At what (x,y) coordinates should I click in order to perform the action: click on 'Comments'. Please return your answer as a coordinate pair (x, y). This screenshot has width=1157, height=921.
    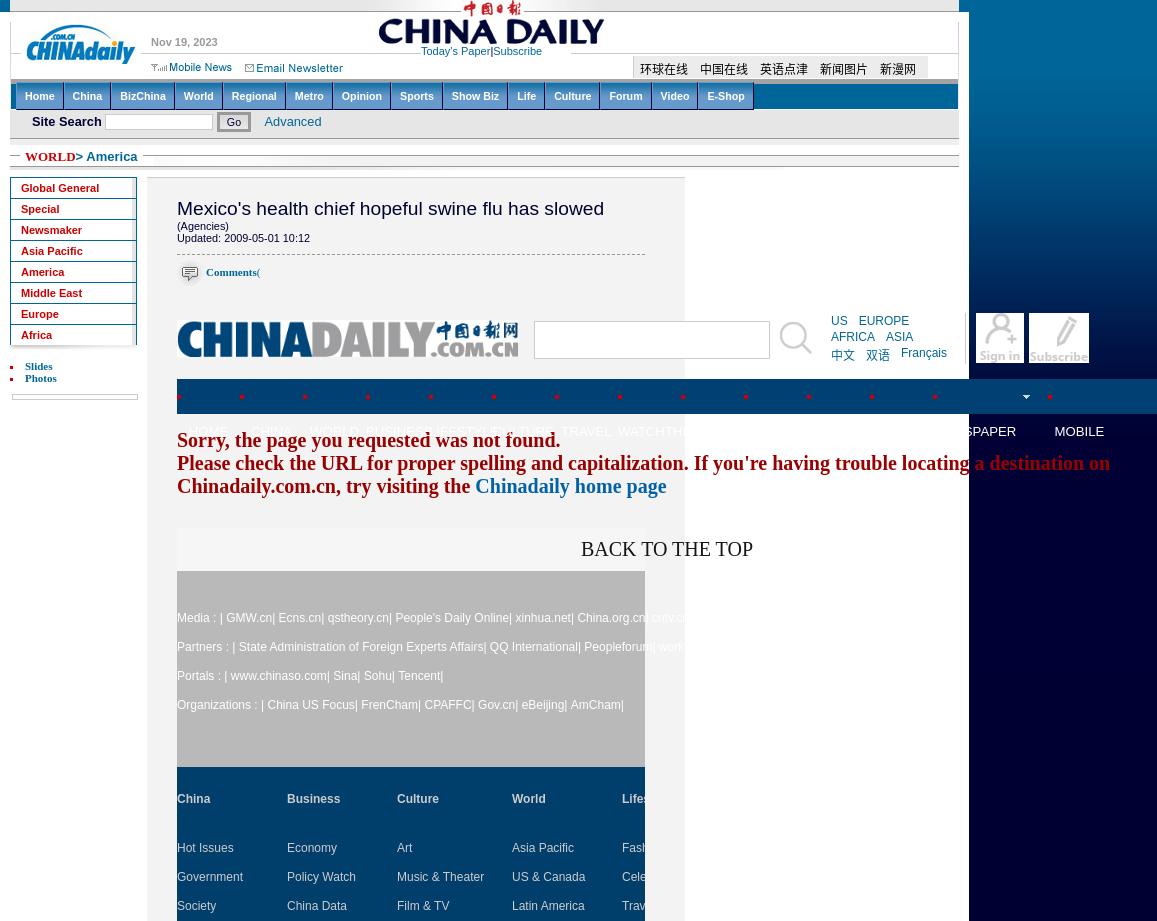
    Looking at the image, I should click on (231, 269).